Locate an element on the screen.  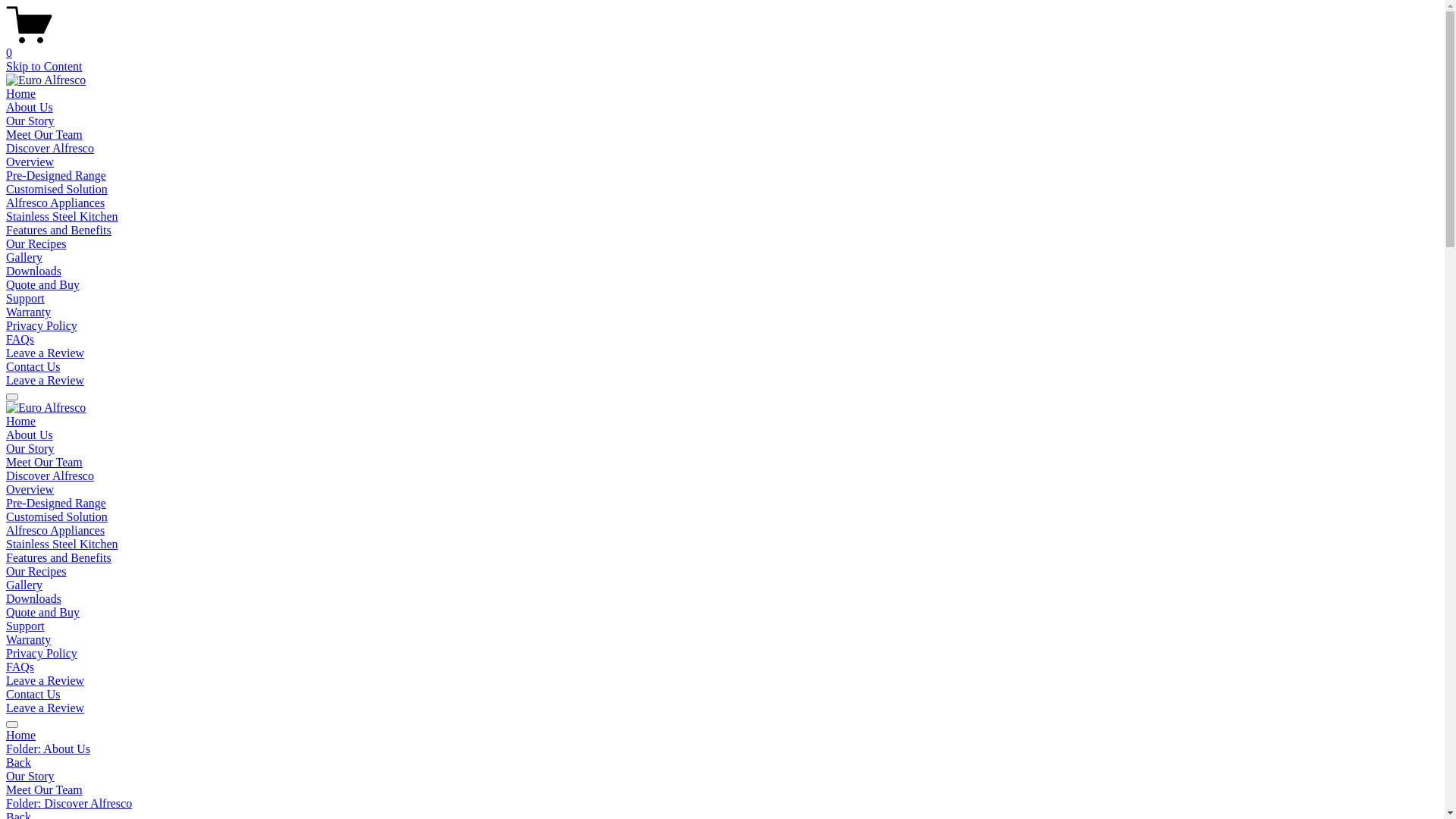
'Support' is located at coordinates (25, 626).